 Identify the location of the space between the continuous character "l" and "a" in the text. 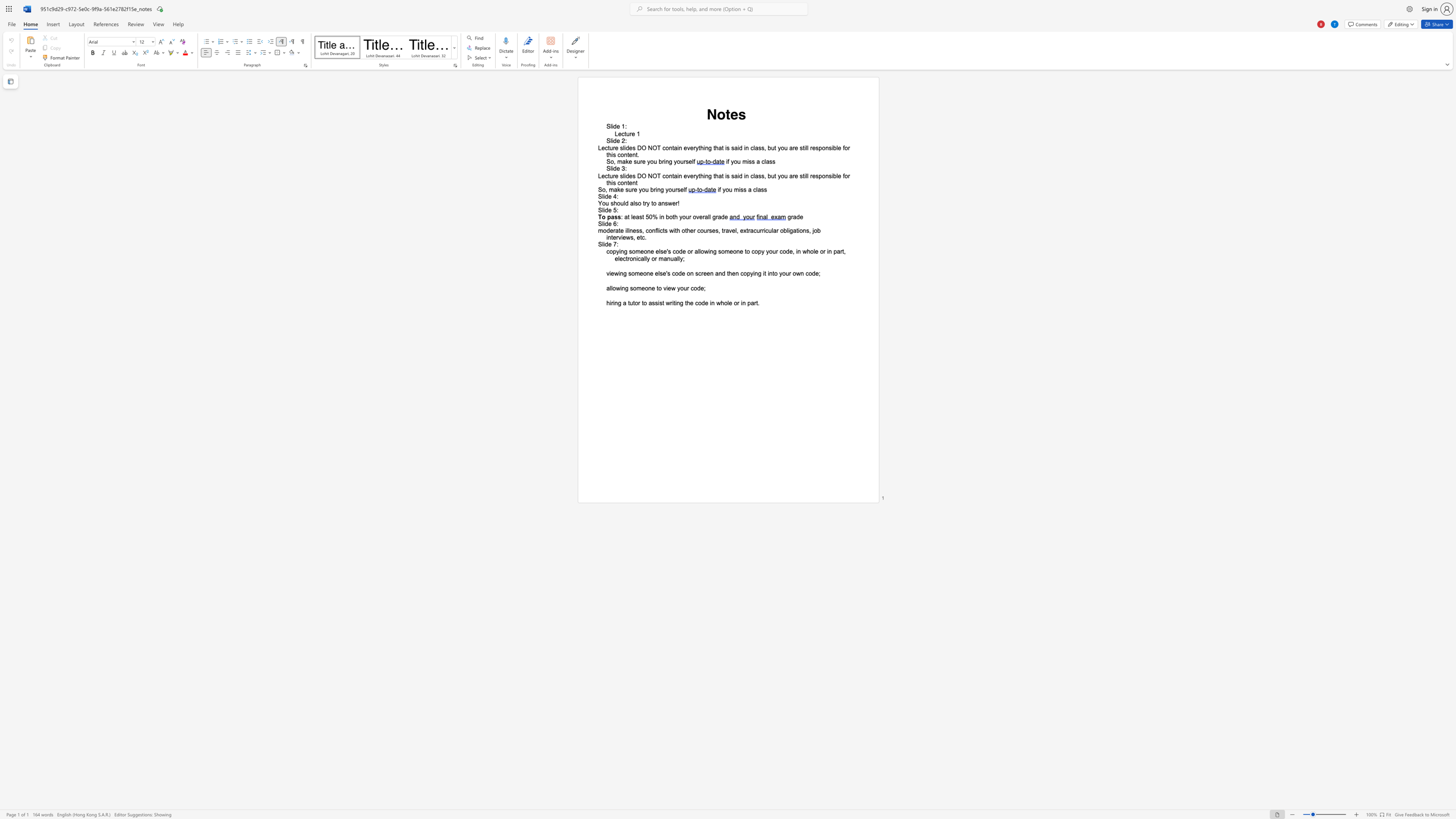
(757, 189).